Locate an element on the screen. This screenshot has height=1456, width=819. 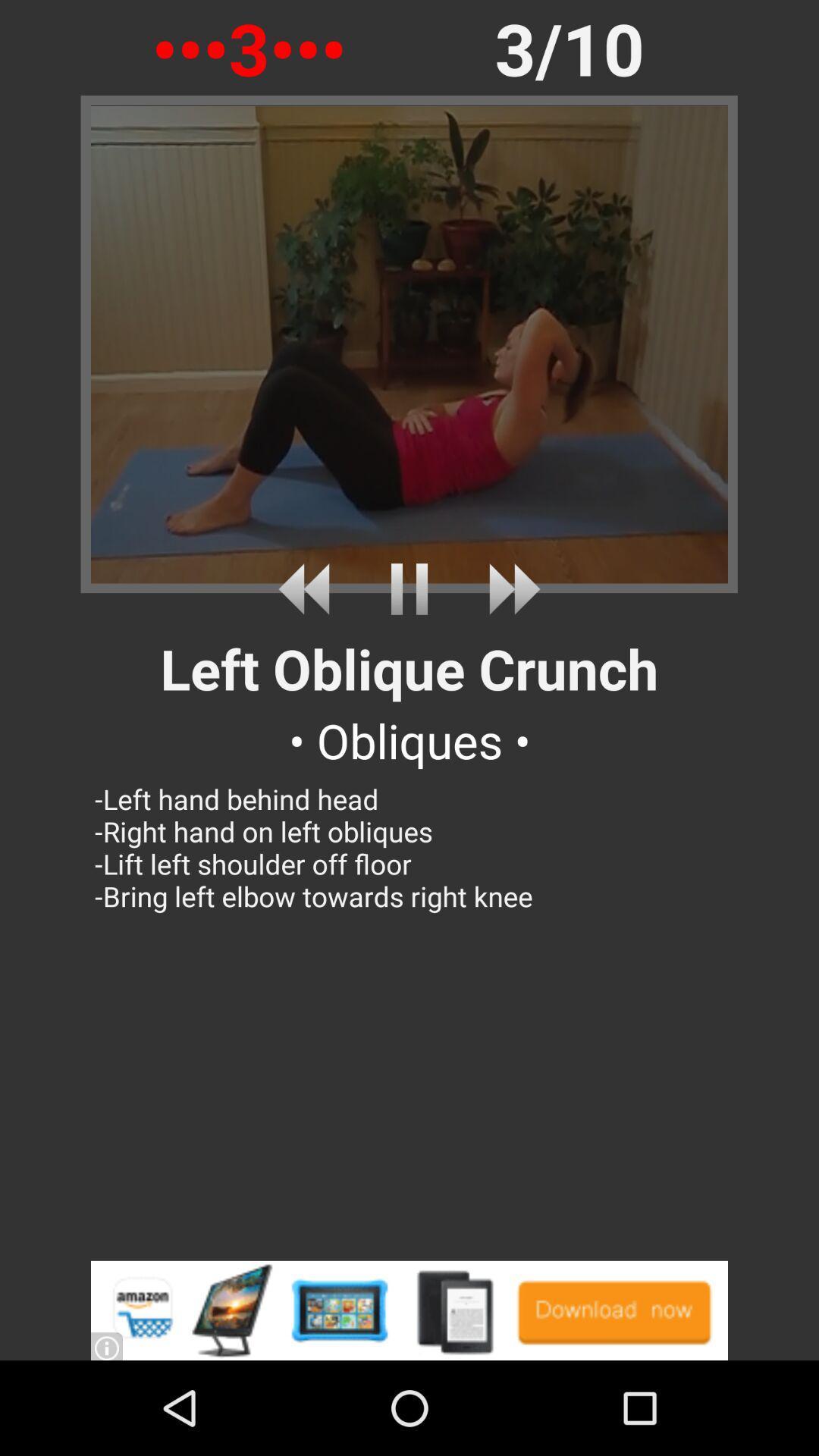
pause video is located at coordinates (409, 588).